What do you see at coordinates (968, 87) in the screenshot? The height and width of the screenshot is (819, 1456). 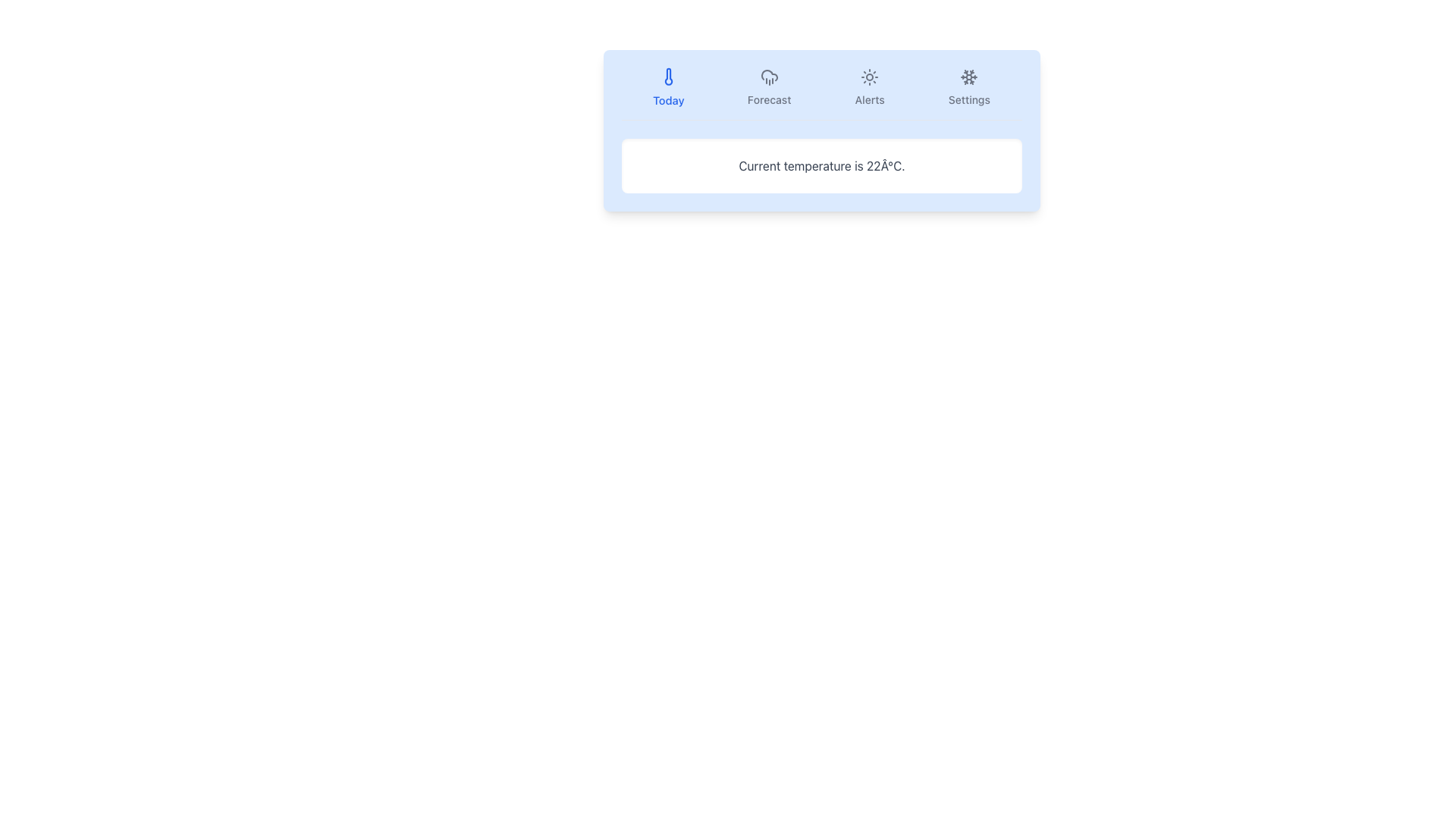 I see `the settings button located at the far right of the top bar` at bounding box center [968, 87].